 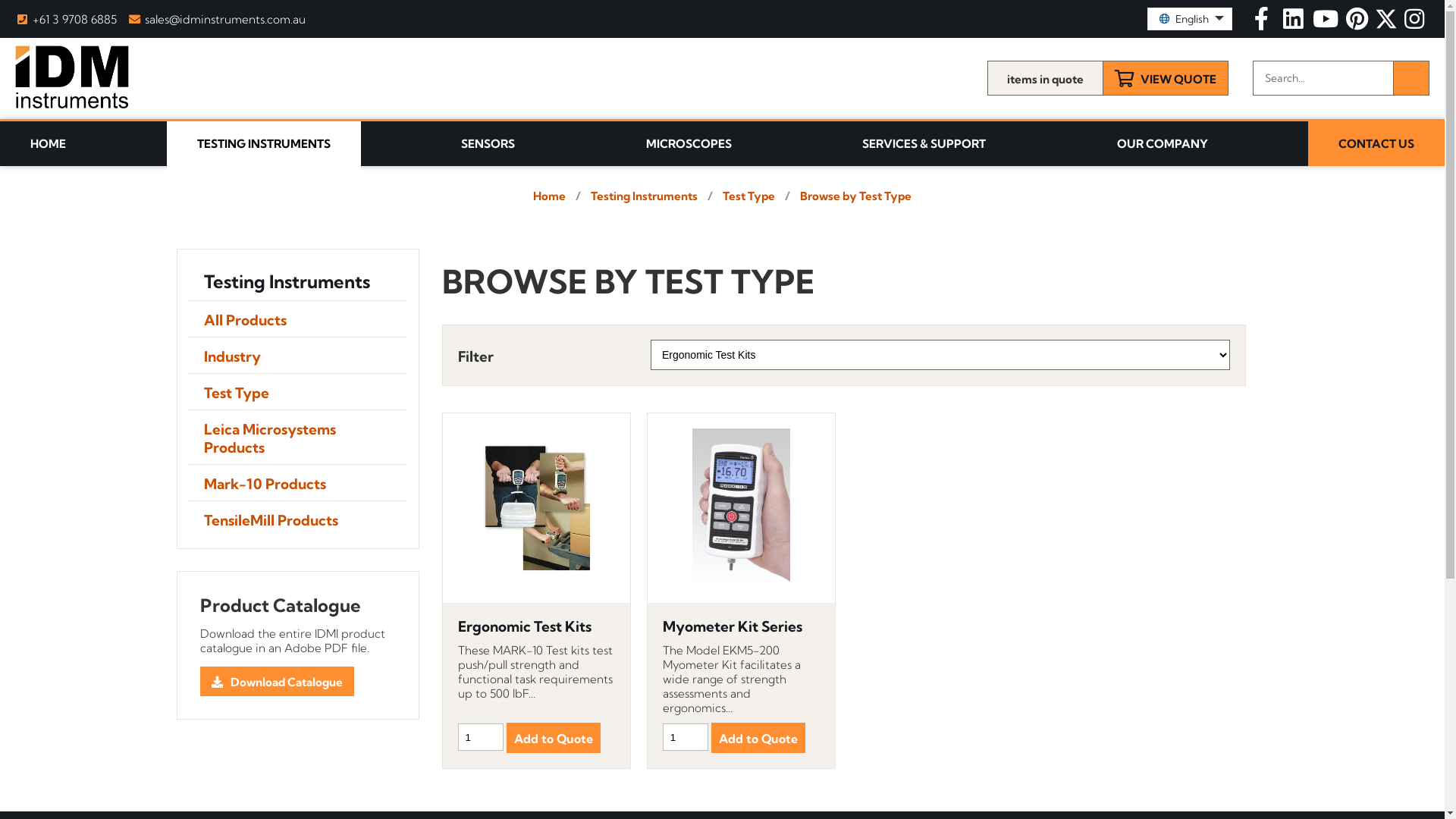 I want to click on 'HOME', so click(x=0, y=143).